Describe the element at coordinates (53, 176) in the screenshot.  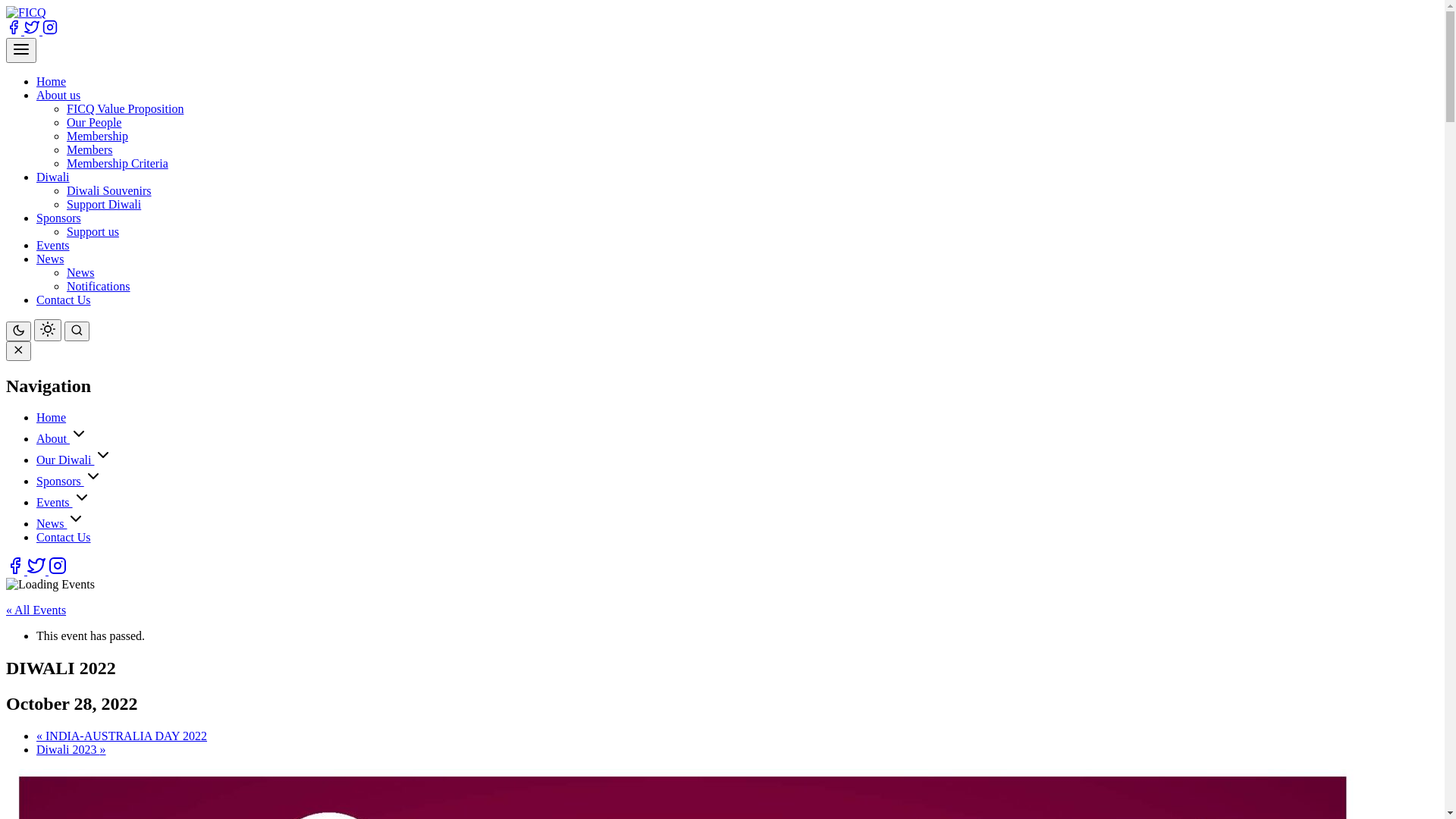
I see `'Diwali'` at that location.